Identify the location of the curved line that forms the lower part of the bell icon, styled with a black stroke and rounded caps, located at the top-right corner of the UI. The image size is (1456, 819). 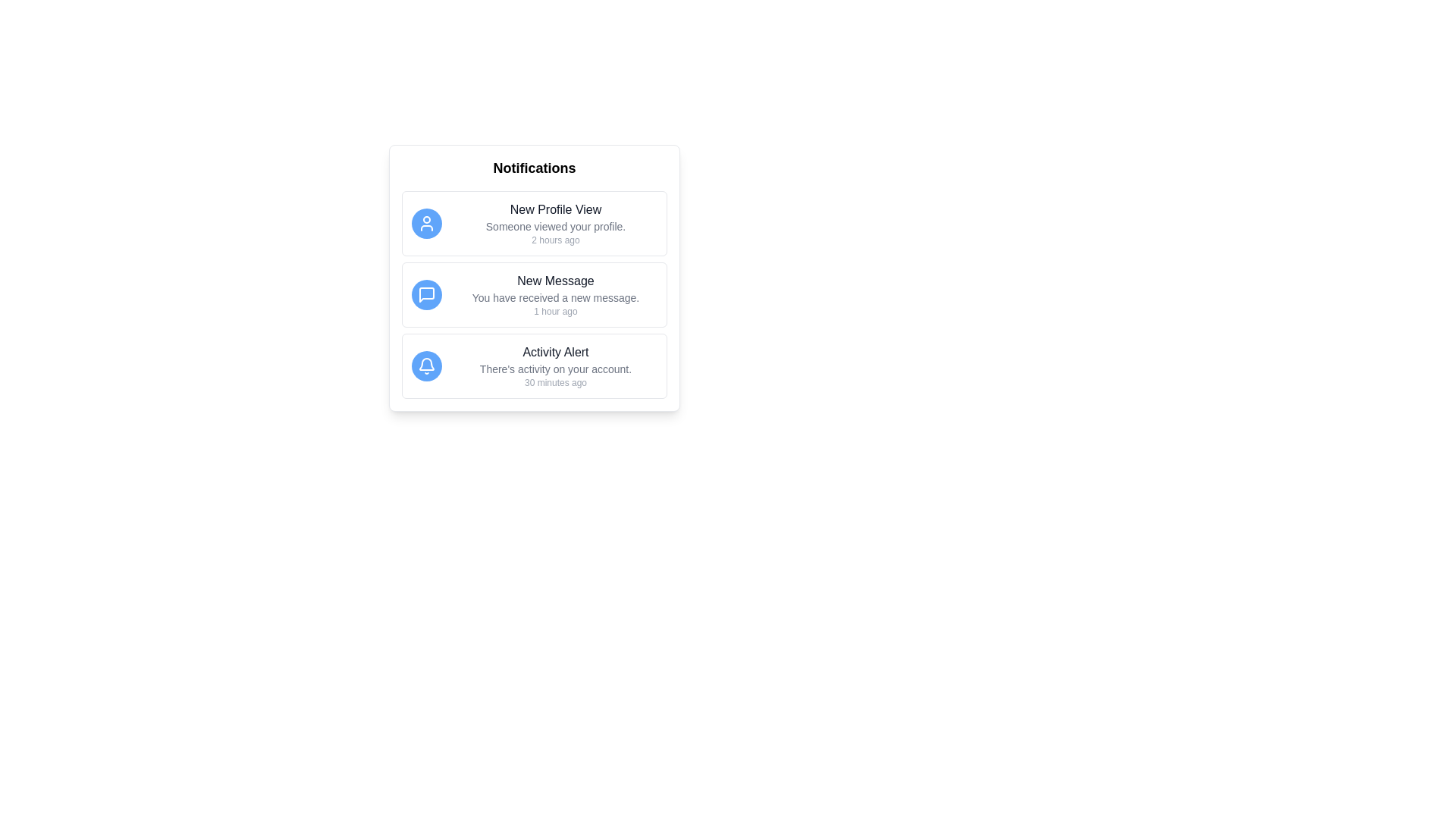
(425, 364).